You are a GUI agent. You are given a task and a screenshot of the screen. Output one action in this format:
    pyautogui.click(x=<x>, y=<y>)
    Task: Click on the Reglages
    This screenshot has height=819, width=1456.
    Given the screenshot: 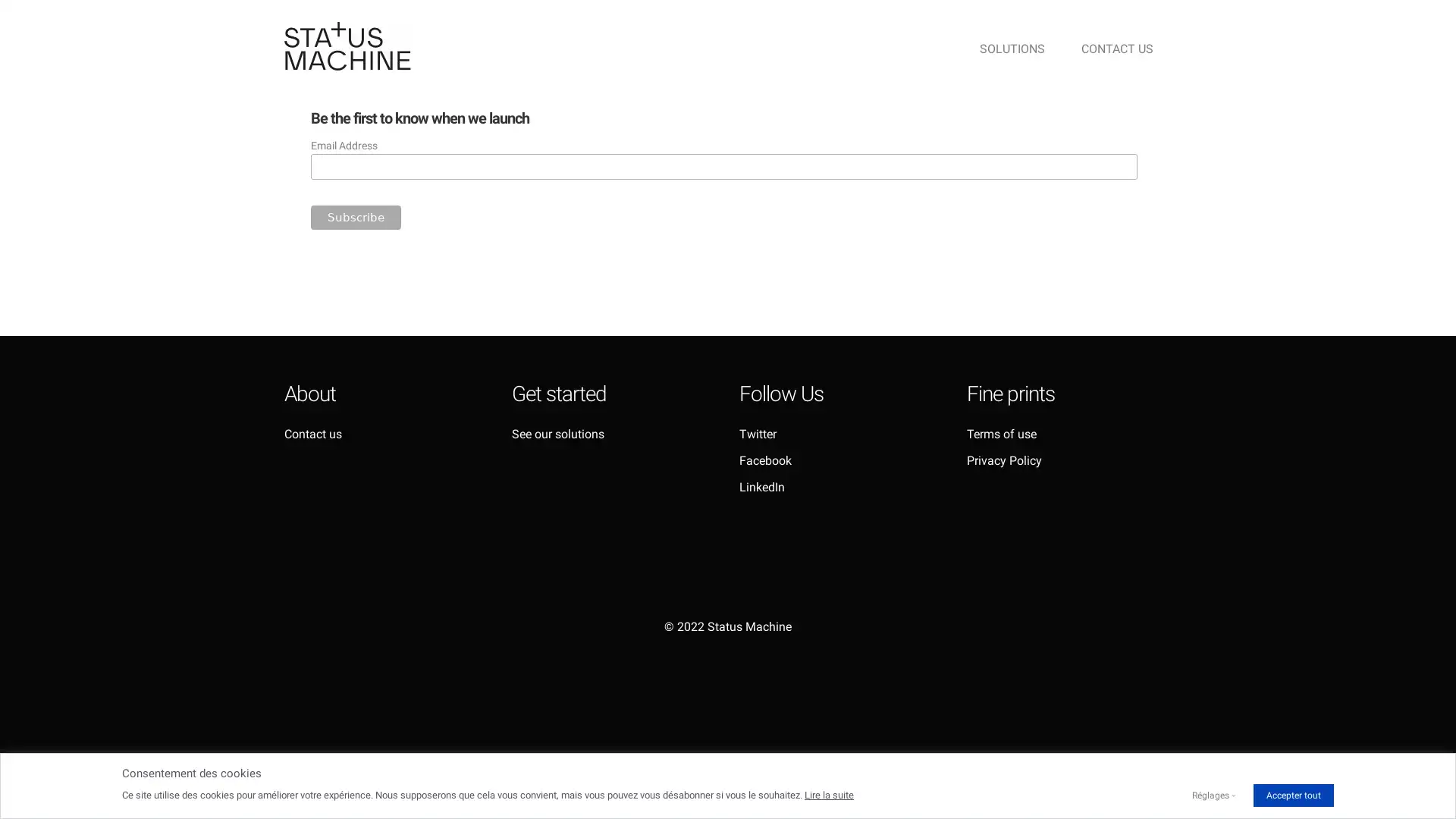 What is the action you would take?
    pyautogui.click(x=1210, y=795)
    